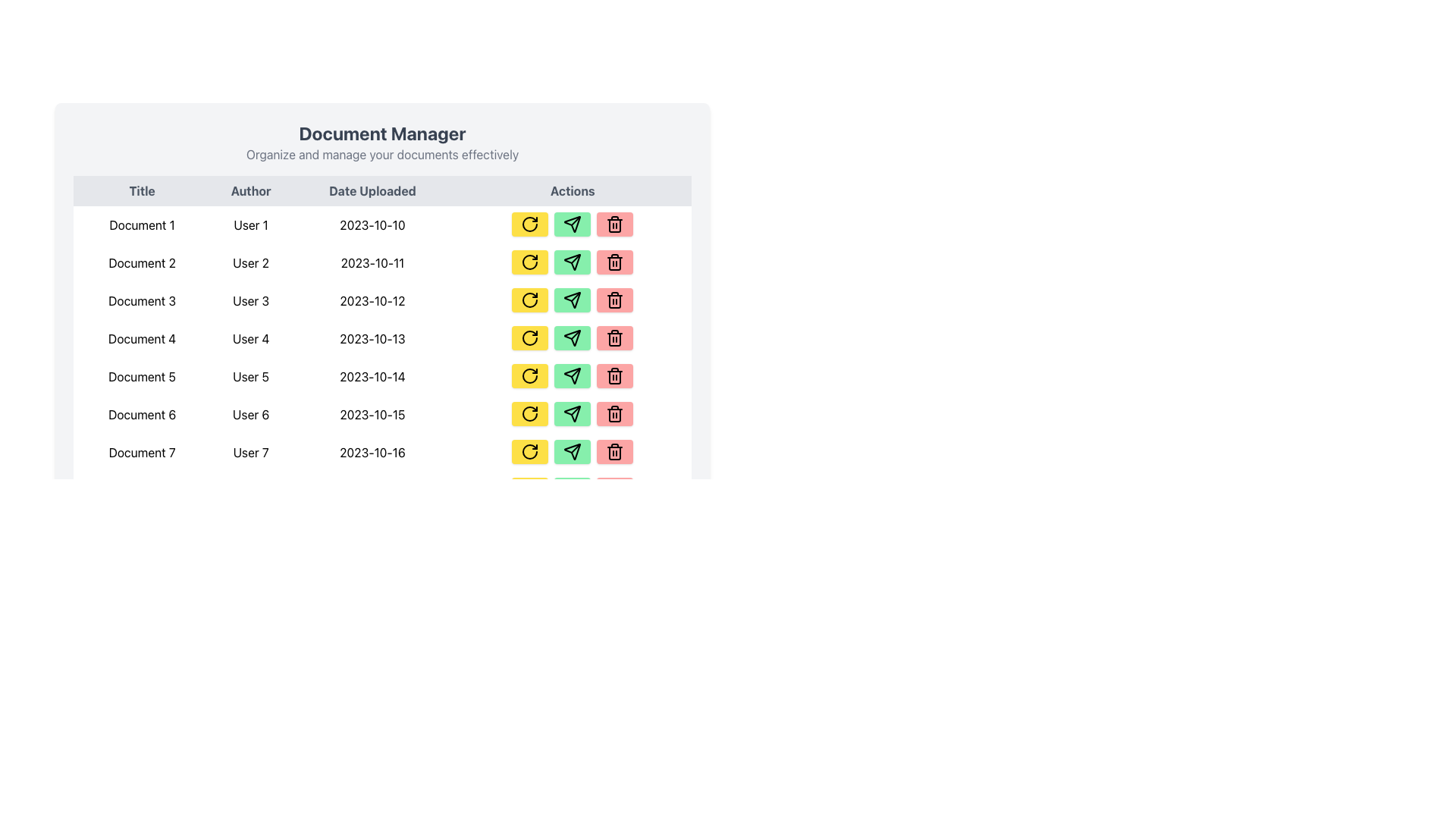 This screenshot has width=1456, height=819. What do you see at coordinates (372, 415) in the screenshot?
I see `the date text '2023-10-15' in the sixth row of the 'Date Uploaded' column of the table` at bounding box center [372, 415].